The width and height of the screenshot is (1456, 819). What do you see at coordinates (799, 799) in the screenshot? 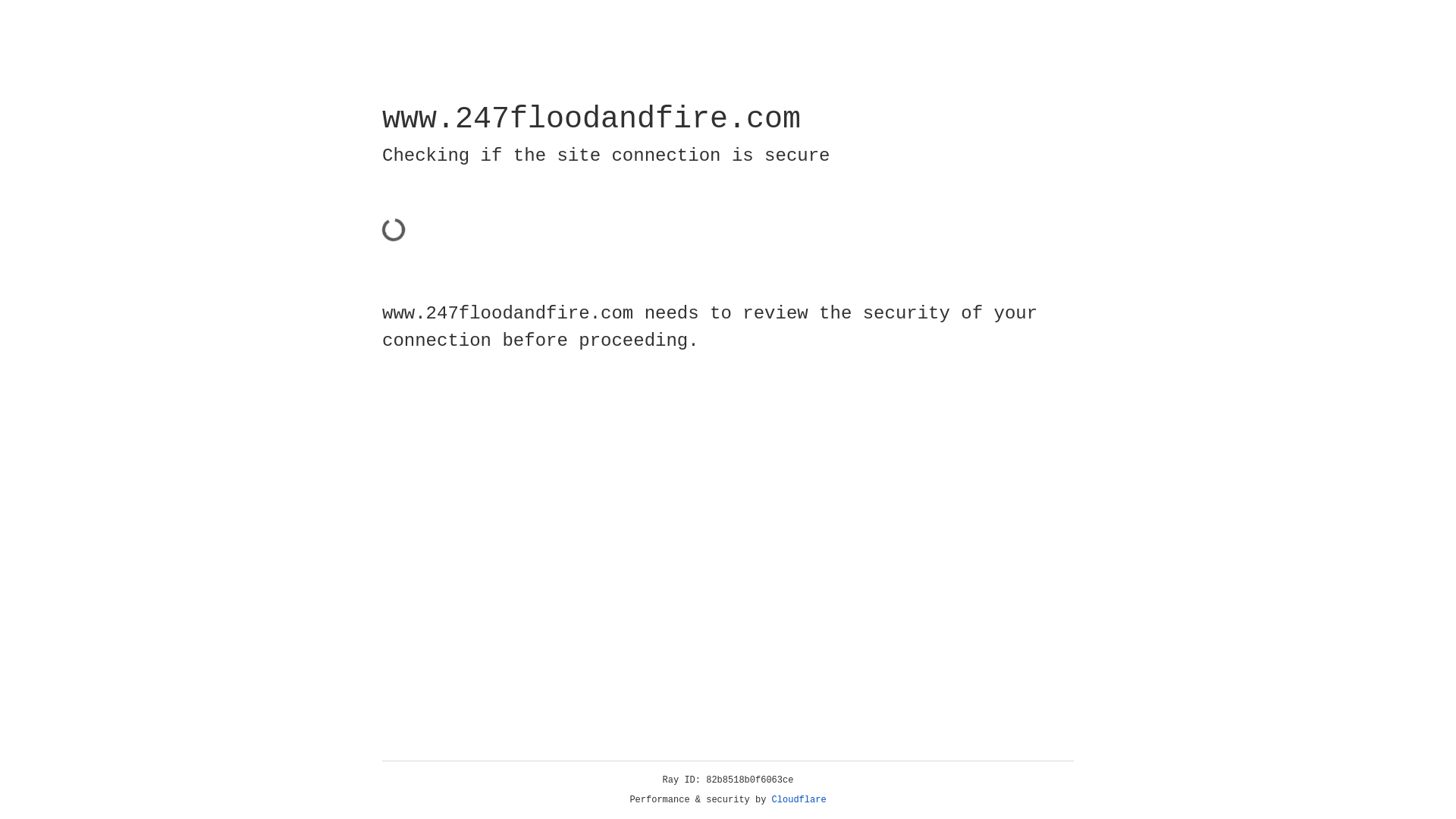
I see `'Cloudflare'` at bounding box center [799, 799].